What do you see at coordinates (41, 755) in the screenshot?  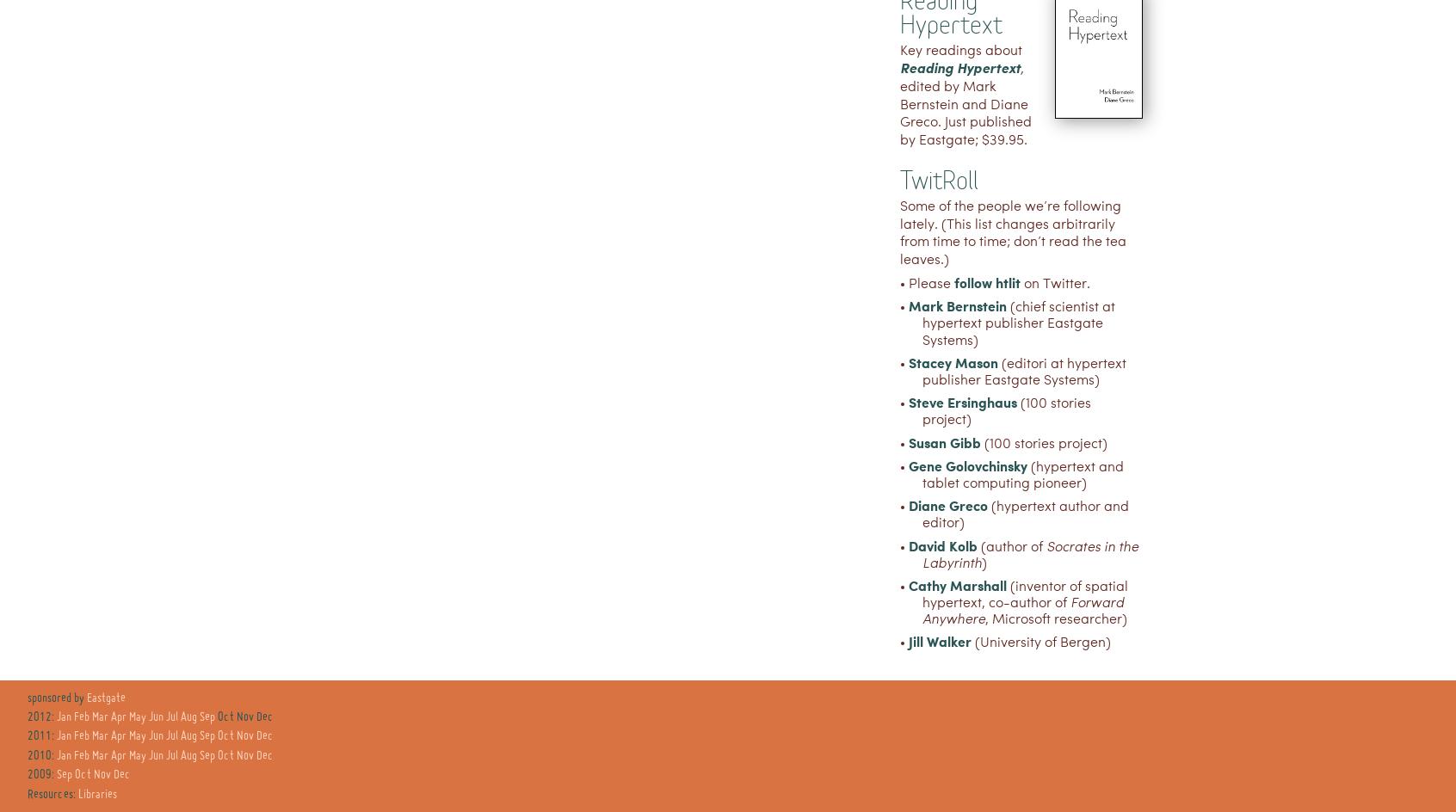 I see `'2010:'` at bounding box center [41, 755].